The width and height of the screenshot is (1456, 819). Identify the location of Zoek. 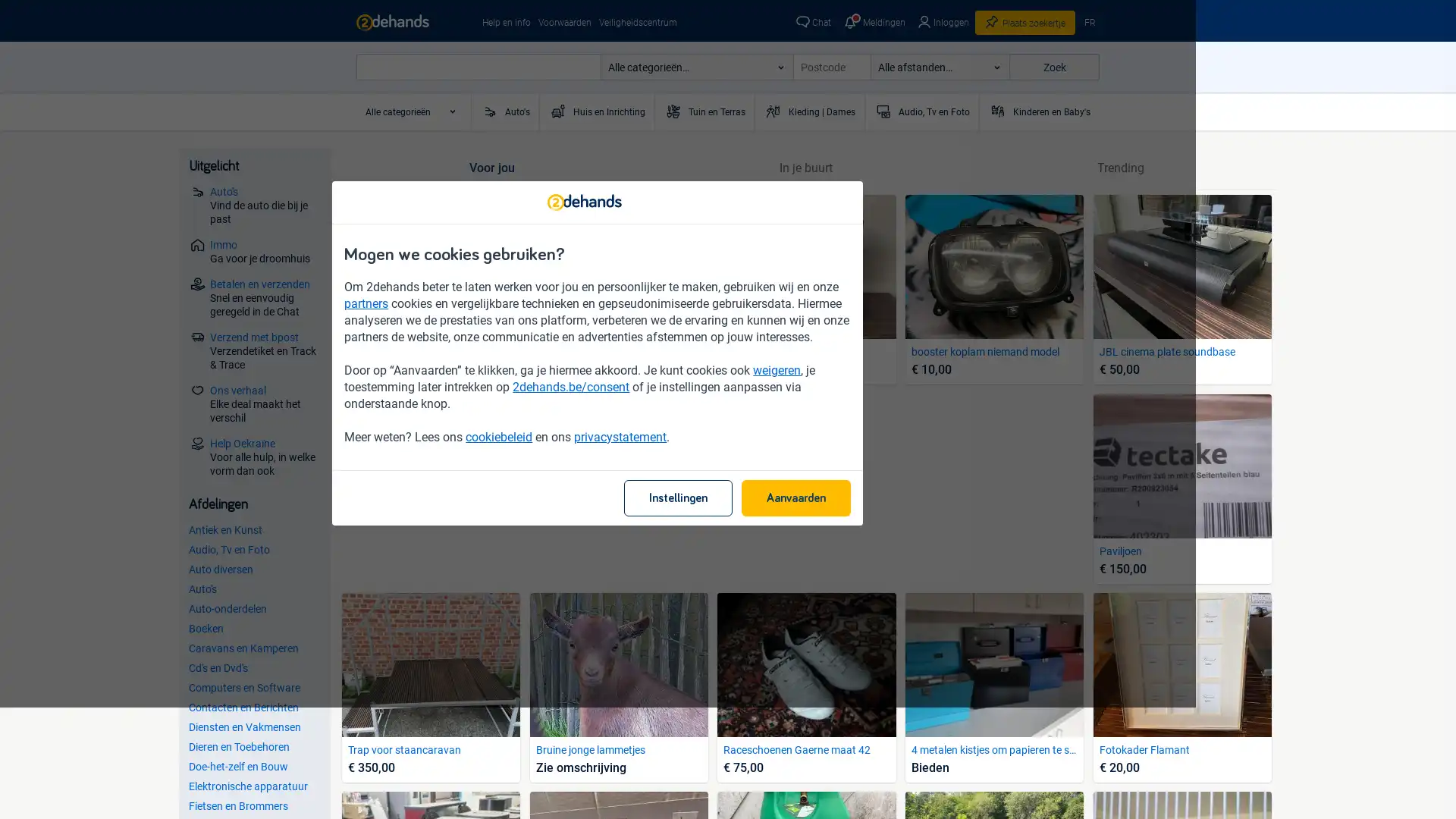
(1053, 66).